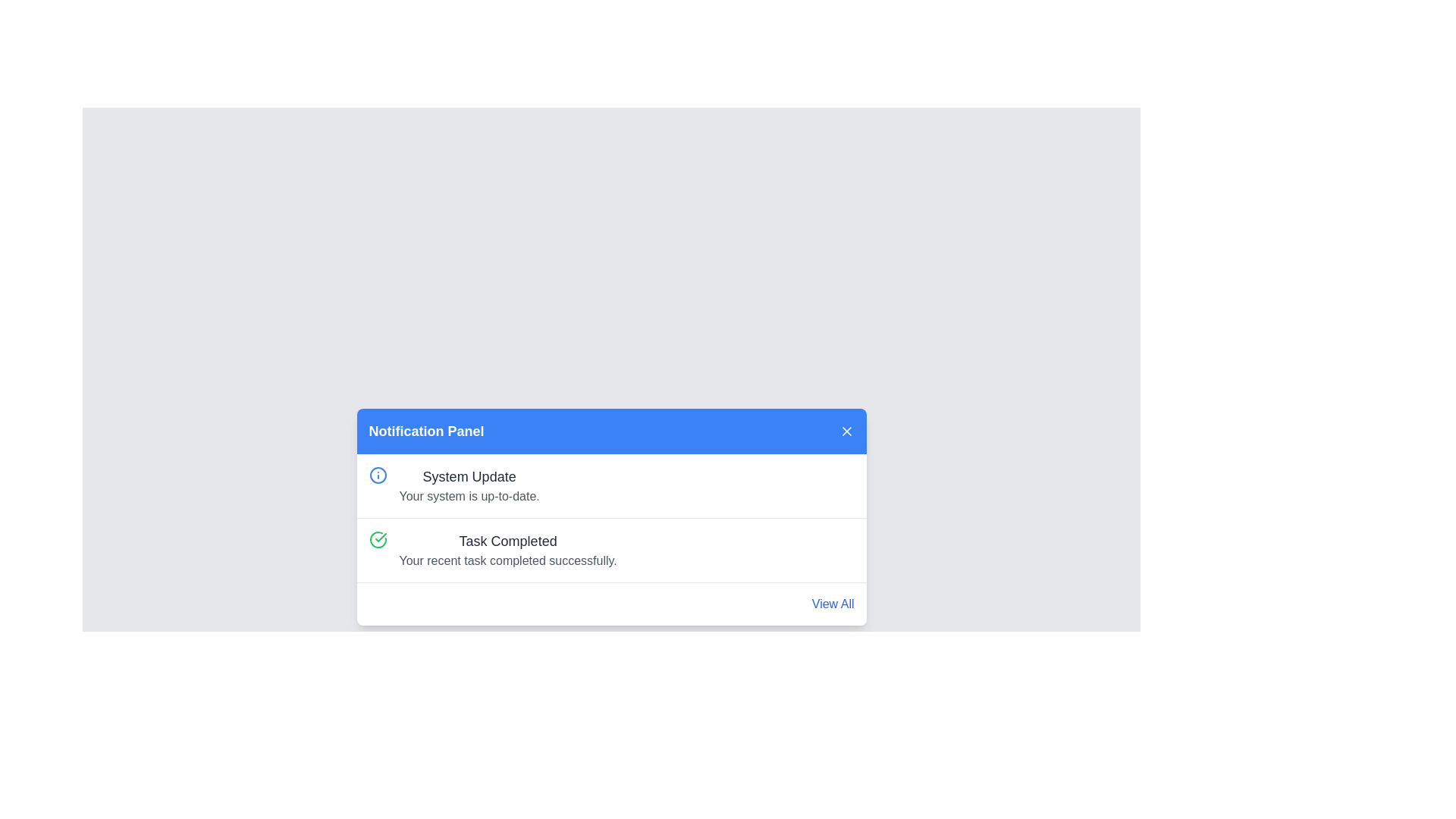  Describe the element at coordinates (846, 431) in the screenshot. I see `the close icon represented as an 'X' located at the top-right corner of the blue header bar of the Notification Panel` at that location.